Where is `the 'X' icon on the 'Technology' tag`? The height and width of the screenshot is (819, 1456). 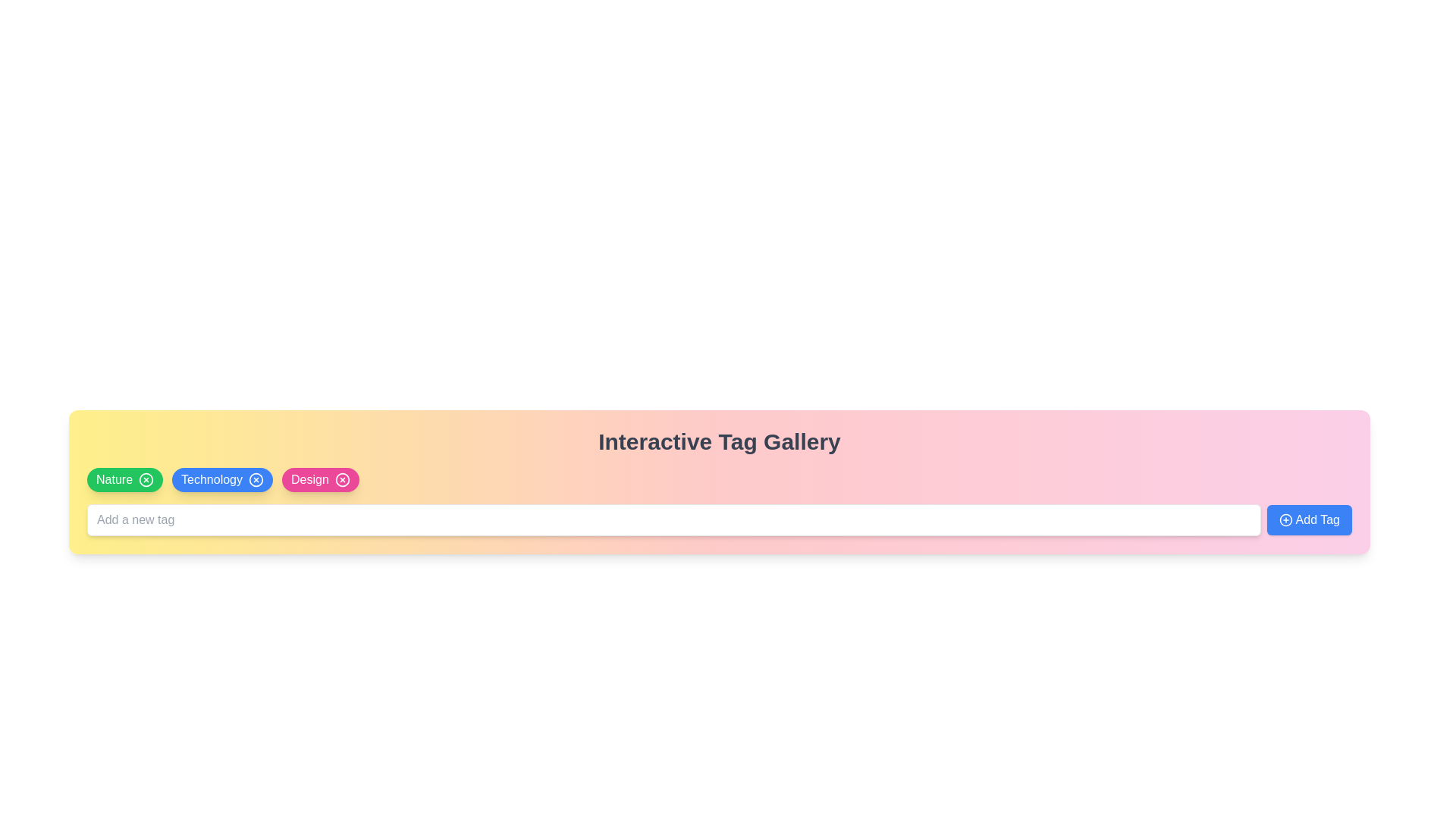 the 'X' icon on the 'Technology' tag is located at coordinates (221, 479).